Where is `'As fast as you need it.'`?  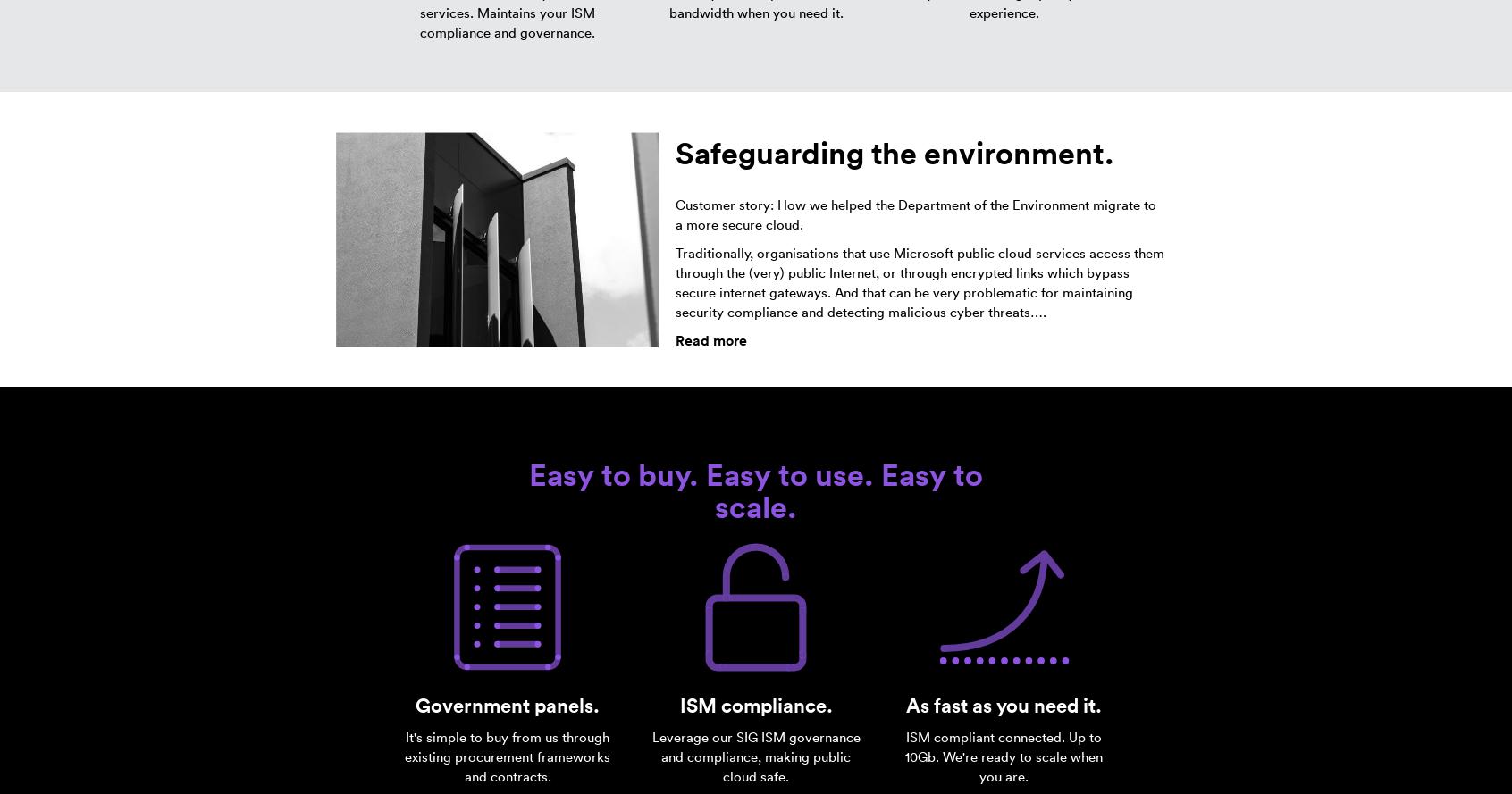 'As fast as you need it.' is located at coordinates (1004, 705).